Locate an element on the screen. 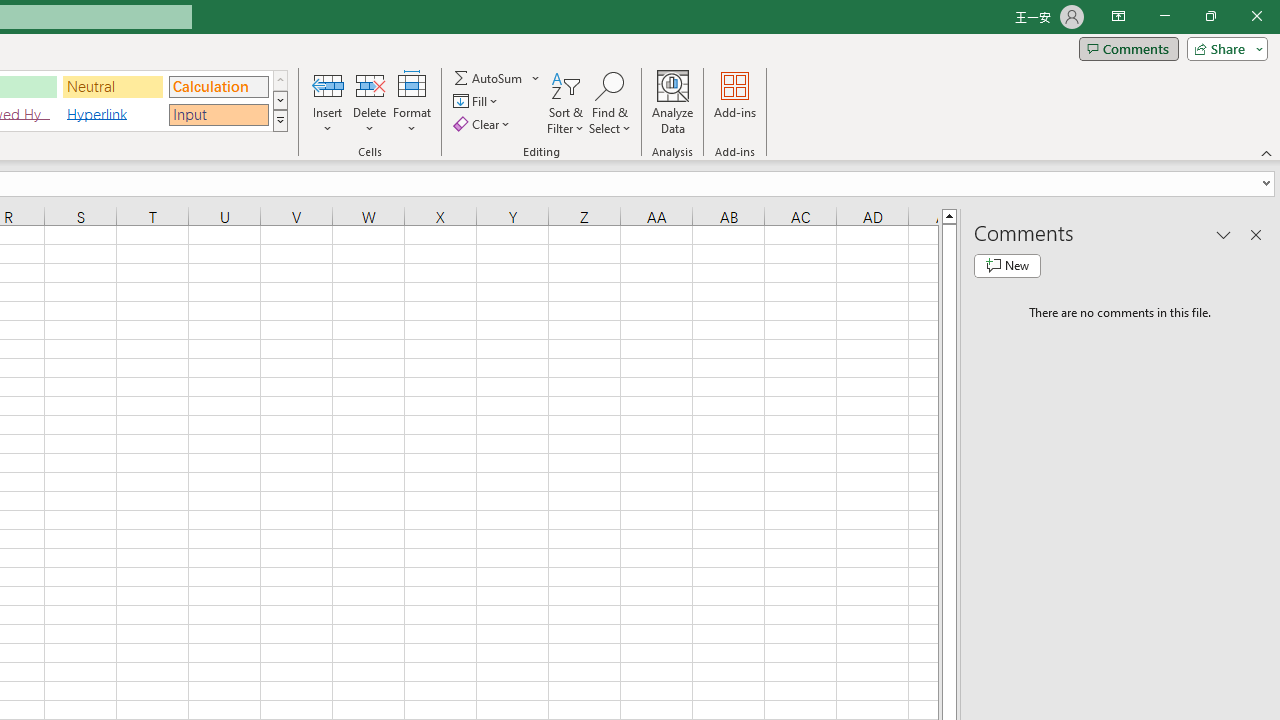 This screenshot has width=1280, height=720. 'Format' is located at coordinates (411, 103).